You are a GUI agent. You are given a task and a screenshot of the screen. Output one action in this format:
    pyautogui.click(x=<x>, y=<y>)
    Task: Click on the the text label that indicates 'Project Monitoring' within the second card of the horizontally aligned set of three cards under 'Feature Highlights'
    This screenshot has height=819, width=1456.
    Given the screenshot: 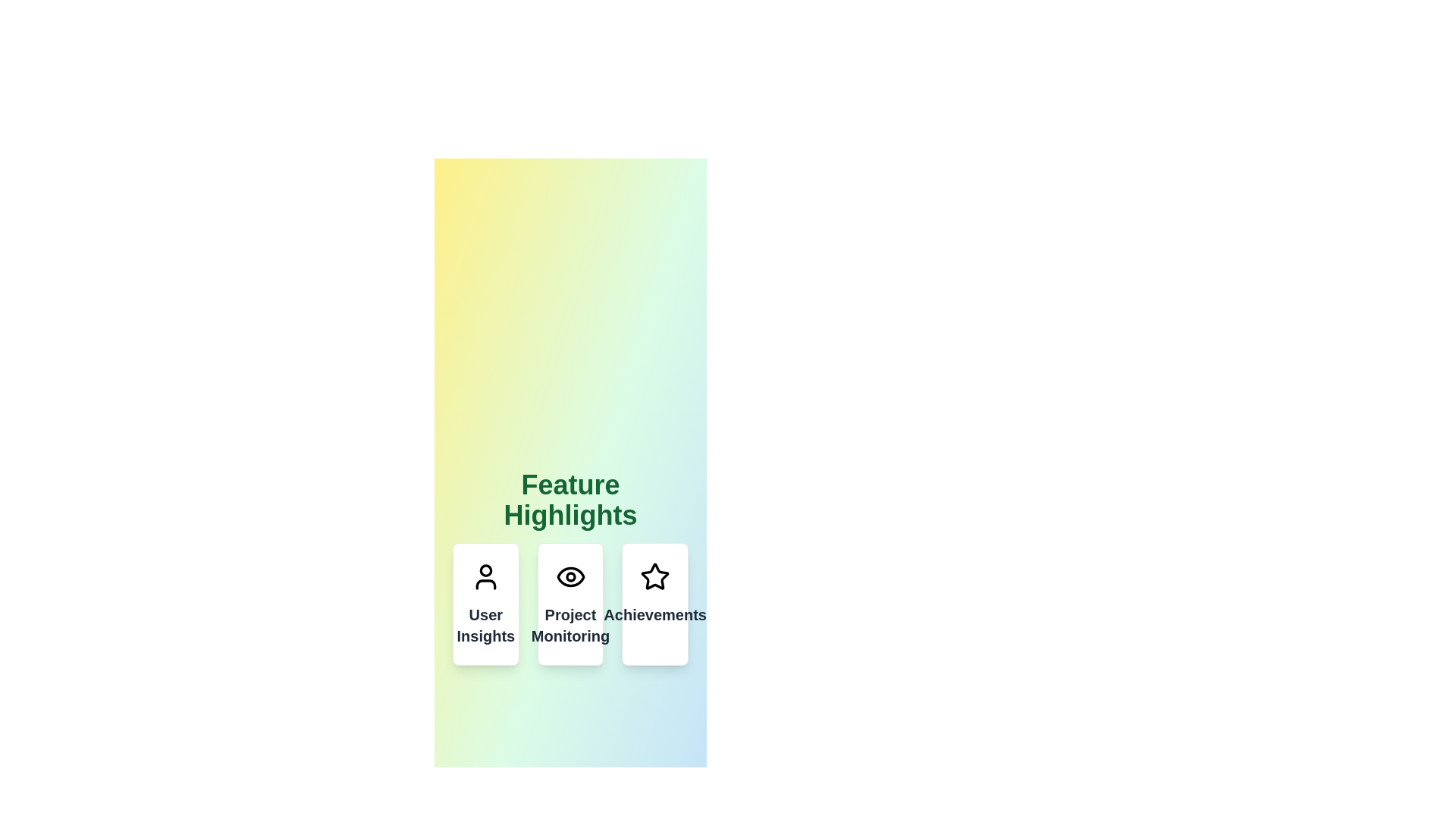 What is the action you would take?
    pyautogui.click(x=570, y=626)
    